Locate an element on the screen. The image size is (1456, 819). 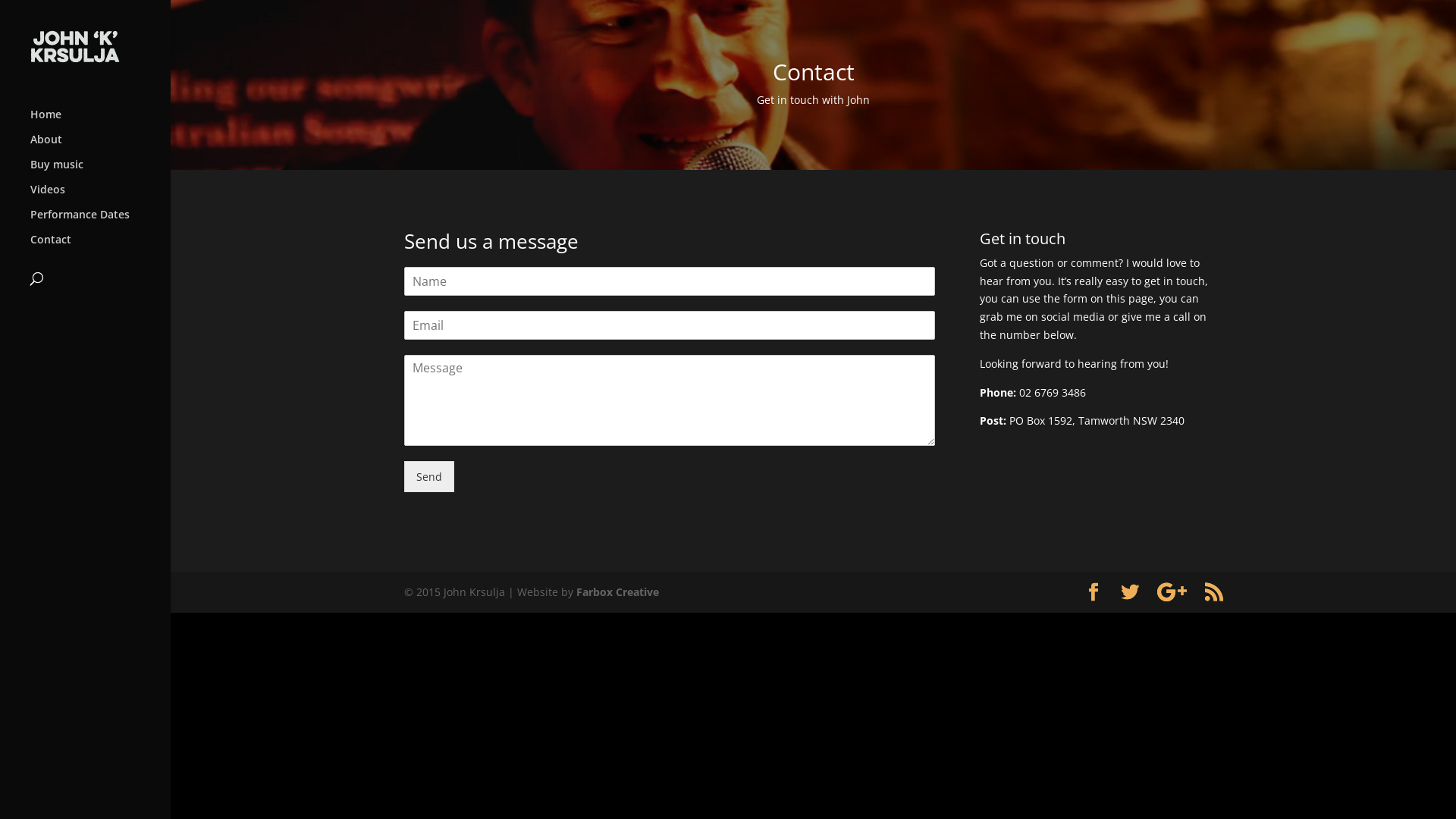
'Send' is located at coordinates (428, 475).